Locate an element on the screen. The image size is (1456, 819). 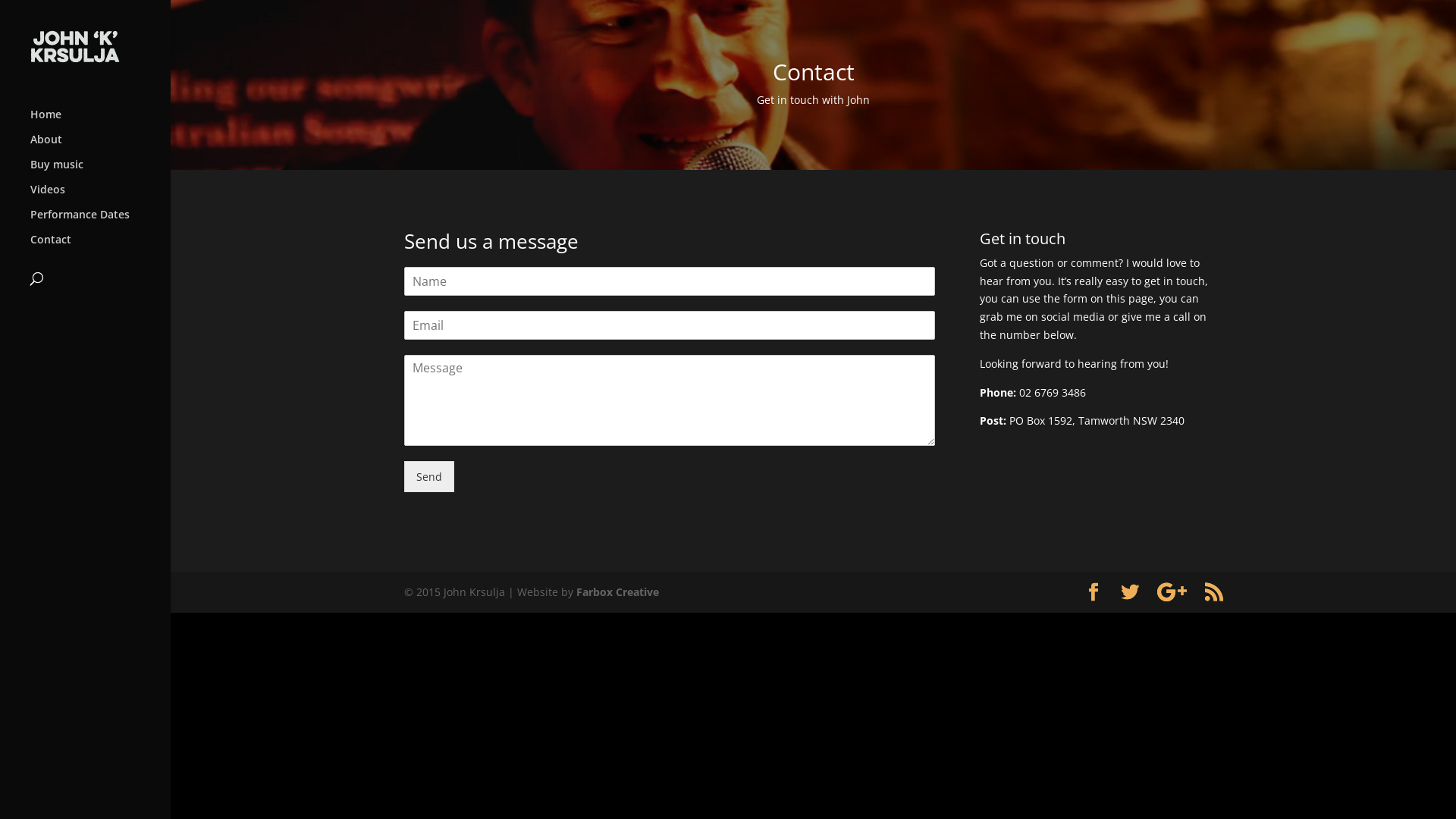
'Send' is located at coordinates (428, 475).